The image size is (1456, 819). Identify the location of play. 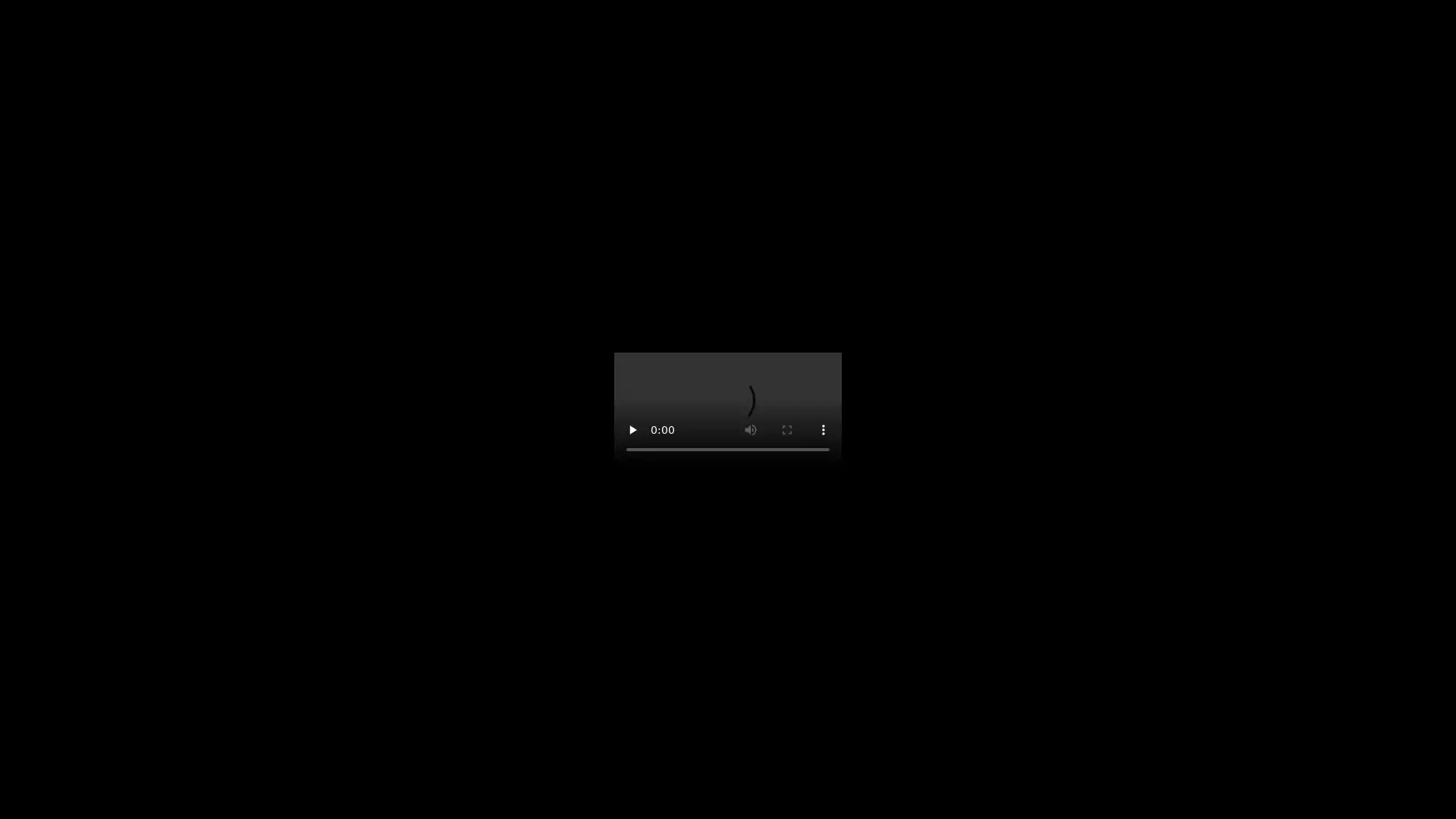
(632, 430).